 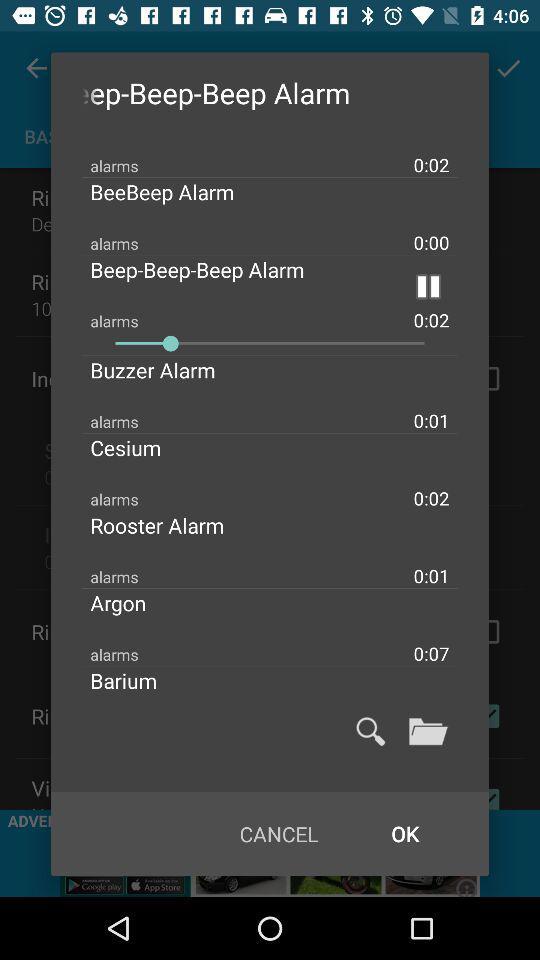 I want to click on item below 0:02, so click(x=178, y=192).